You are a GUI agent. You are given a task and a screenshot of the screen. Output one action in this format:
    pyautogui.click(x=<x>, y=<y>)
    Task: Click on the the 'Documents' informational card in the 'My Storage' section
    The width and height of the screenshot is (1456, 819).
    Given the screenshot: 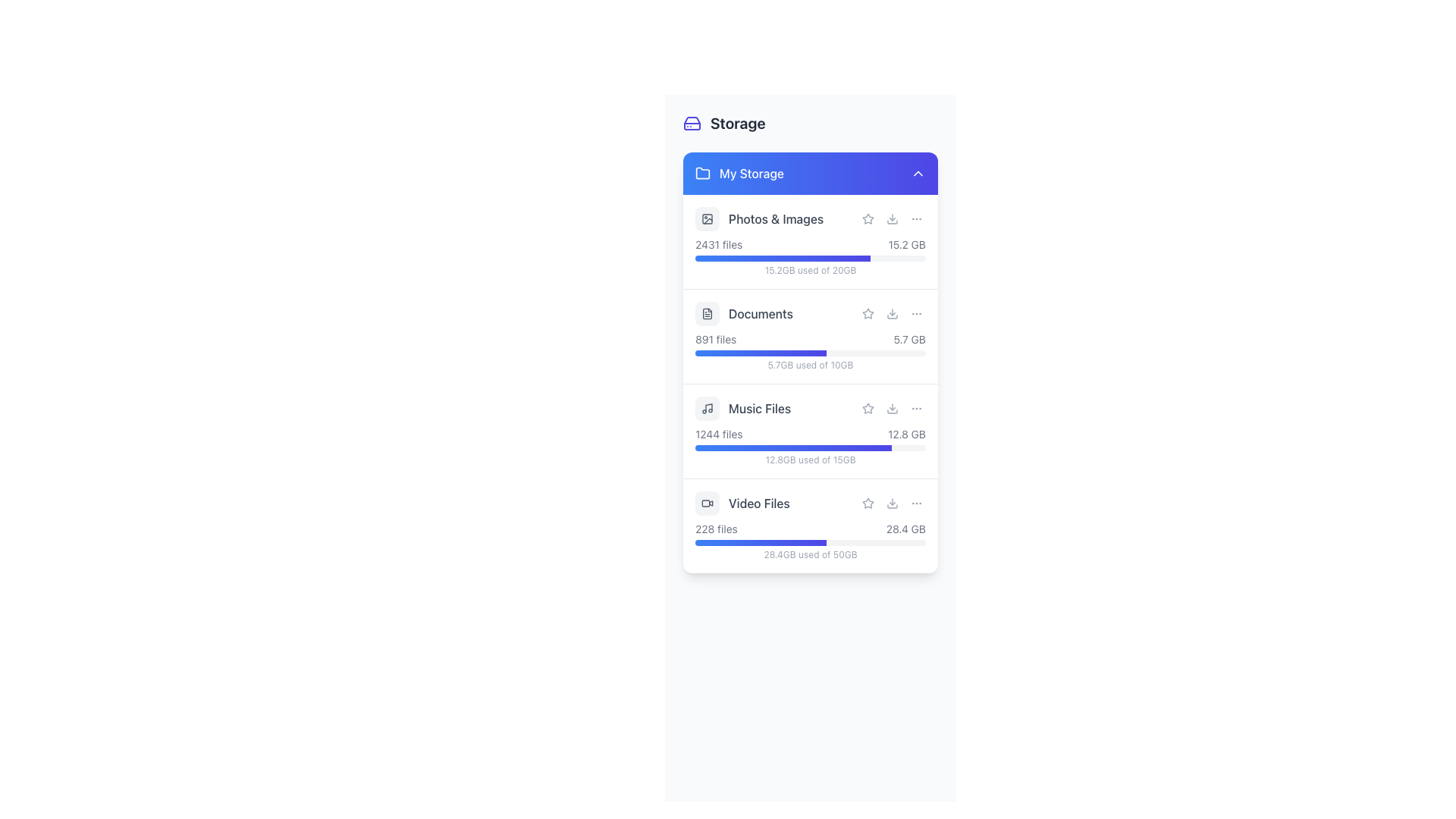 What is the action you would take?
    pyautogui.click(x=810, y=336)
    